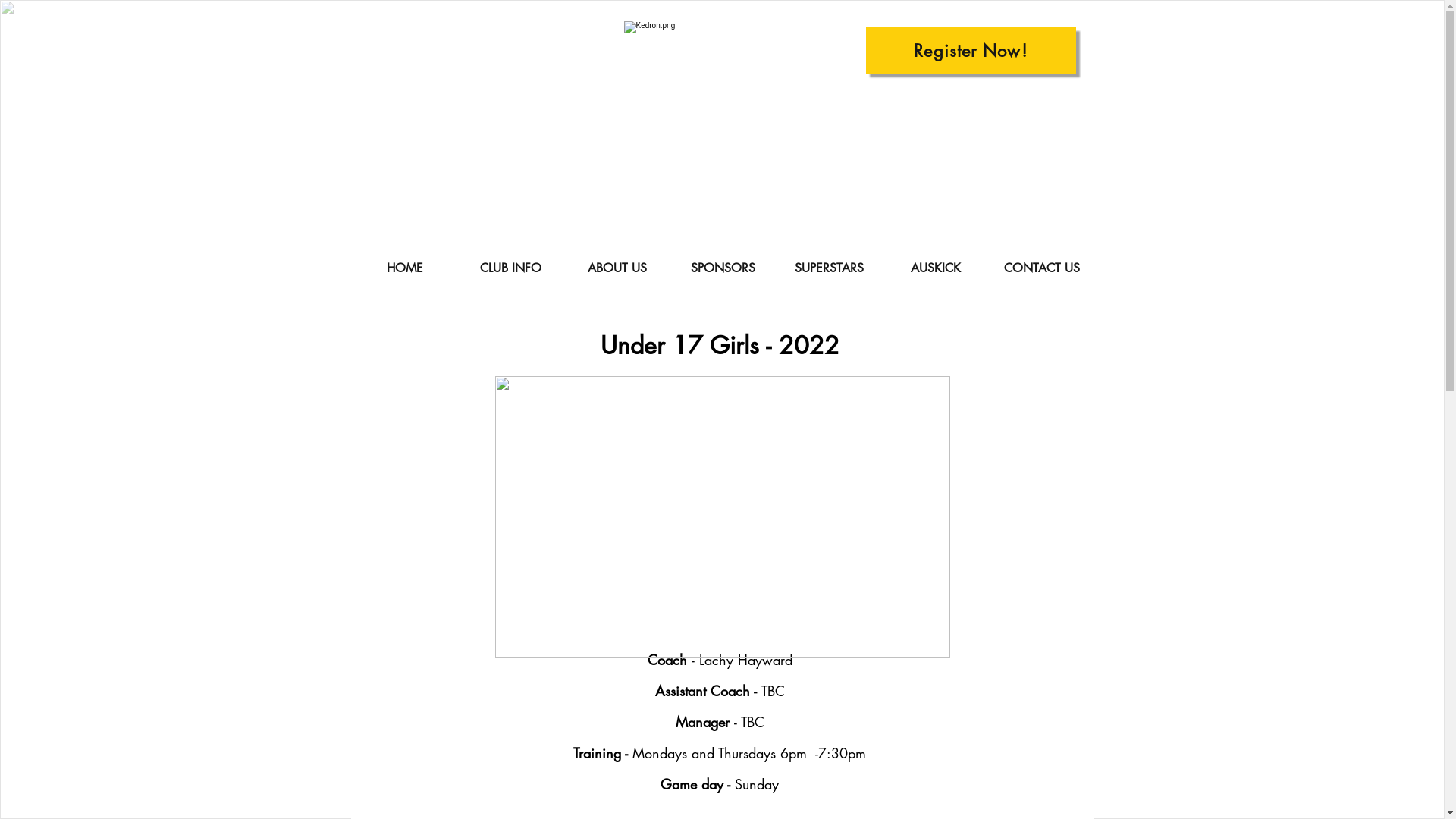 This screenshot has width=1456, height=819. I want to click on 'AUSKICK', so click(934, 268).